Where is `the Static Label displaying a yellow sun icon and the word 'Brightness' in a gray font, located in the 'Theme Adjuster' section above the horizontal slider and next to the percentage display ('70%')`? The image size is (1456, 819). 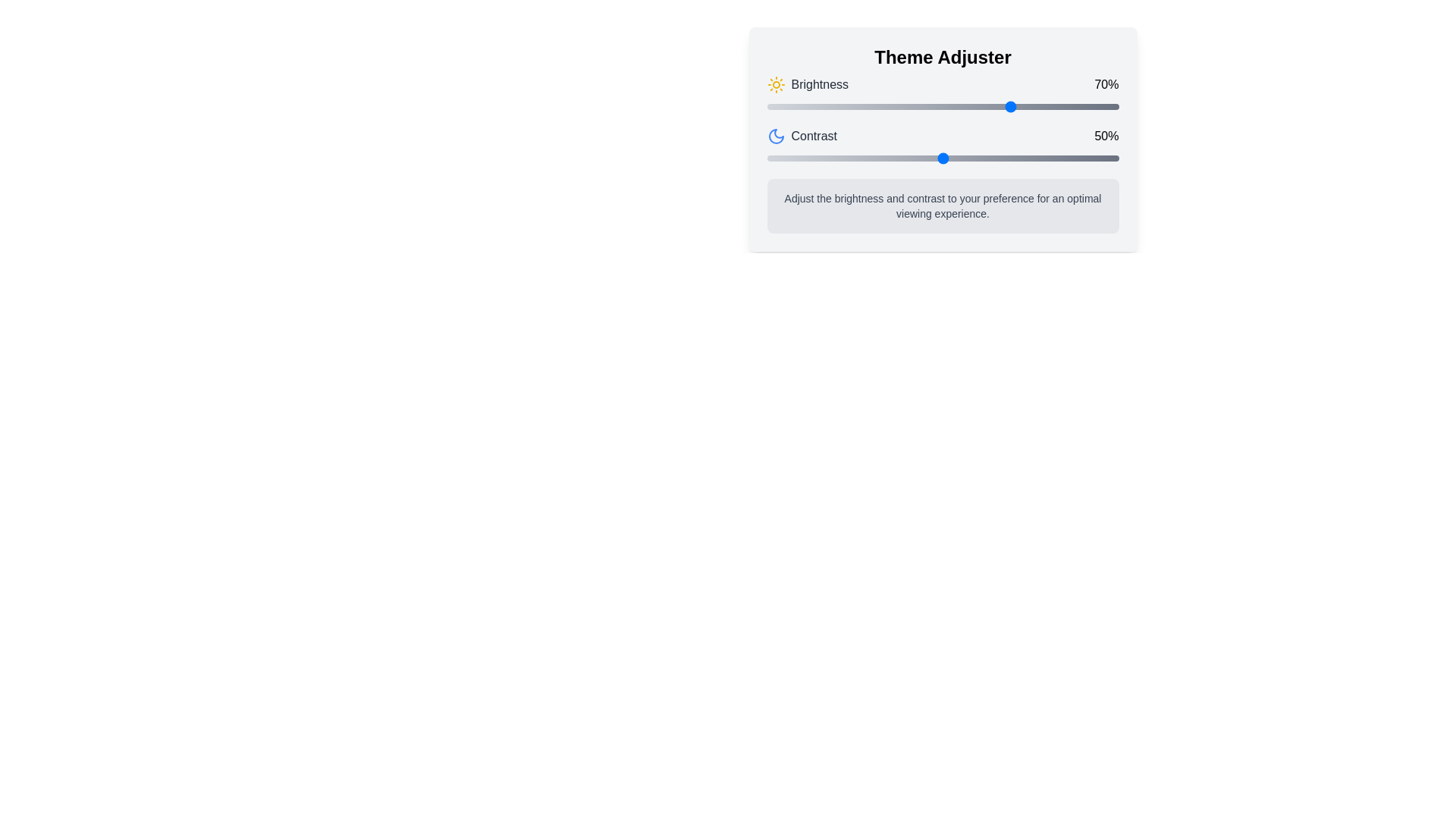 the Static Label displaying a yellow sun icon and the word 'Brightness' in a gray font, located in the 'Theme Adjuster' section above the horizontal slider and next to the percentage display ('70%') is located at coordinates (807, 84).